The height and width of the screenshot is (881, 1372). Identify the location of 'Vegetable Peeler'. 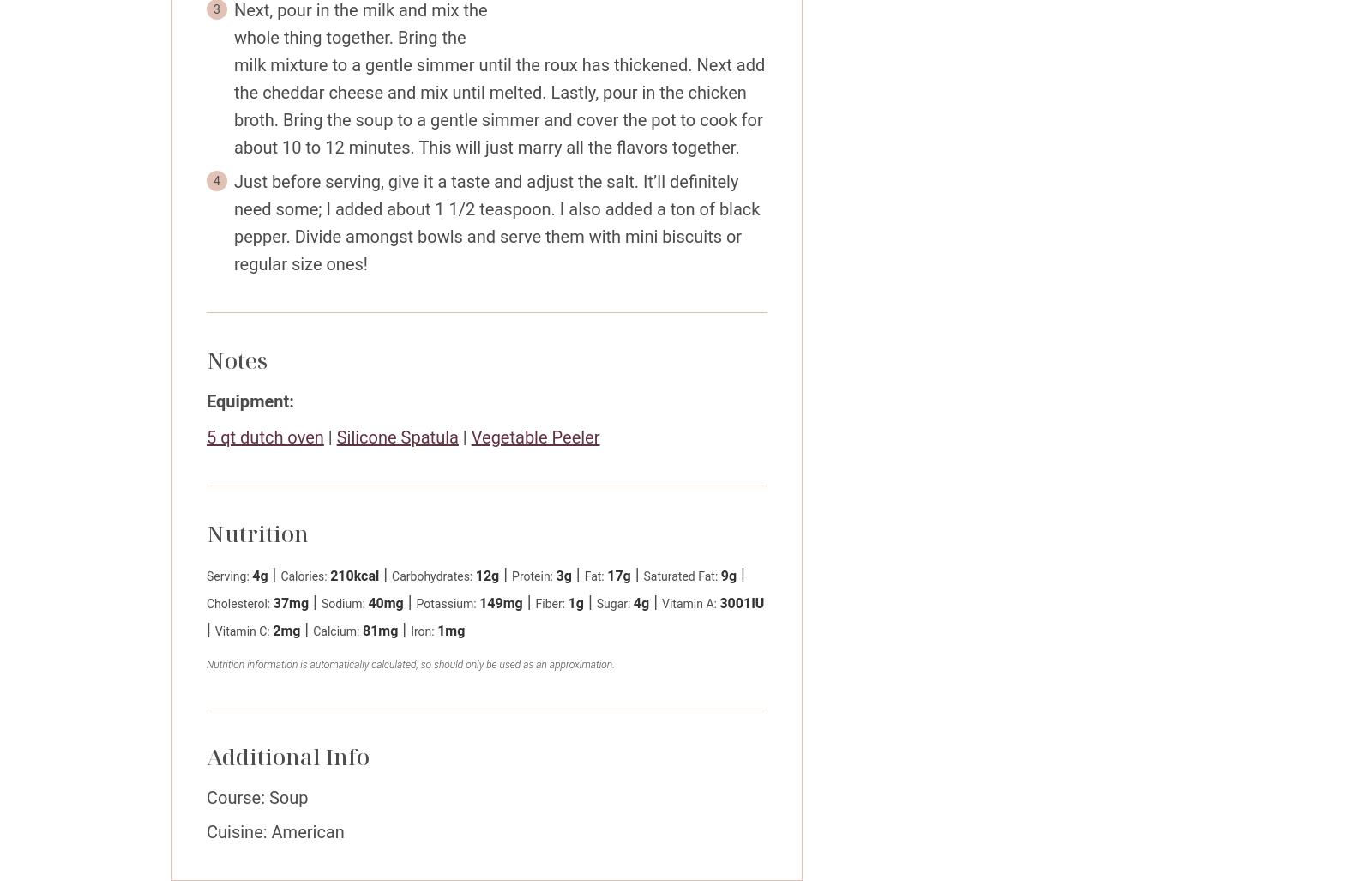
(535, 437).